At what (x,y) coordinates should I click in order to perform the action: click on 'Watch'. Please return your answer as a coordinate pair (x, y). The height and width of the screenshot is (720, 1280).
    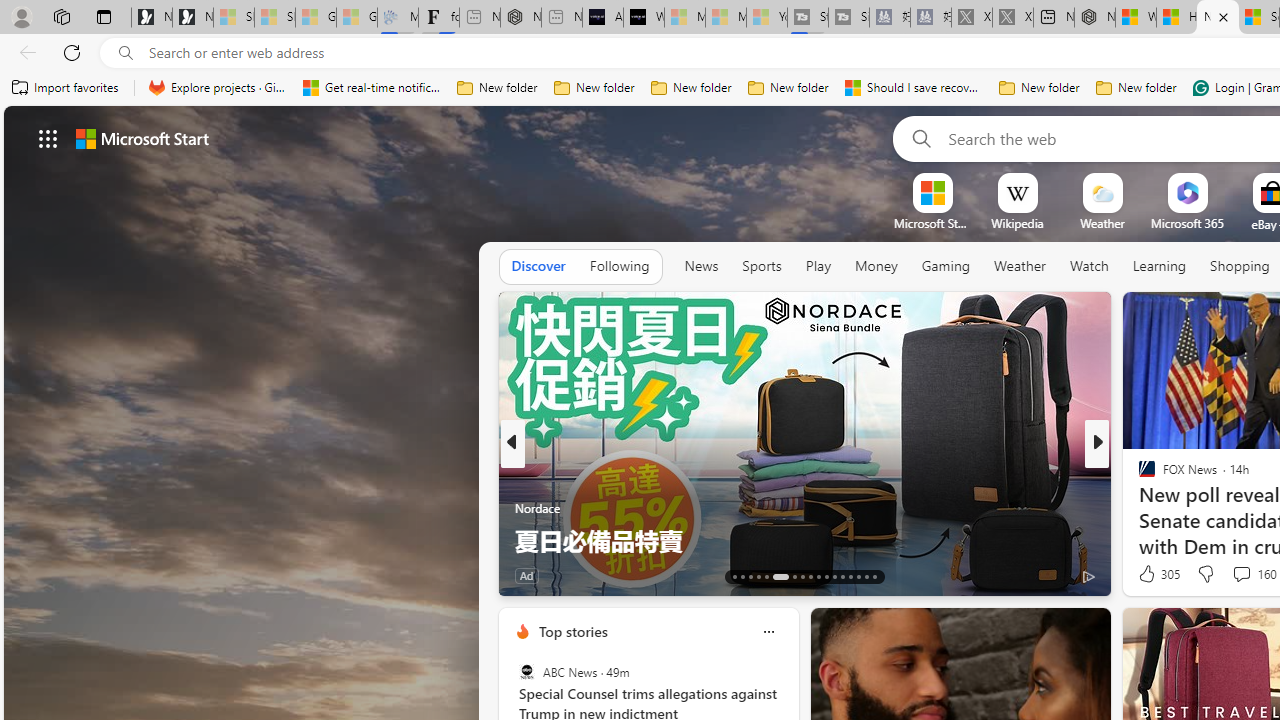
    Looking at the image, I should click on (1088, 265).